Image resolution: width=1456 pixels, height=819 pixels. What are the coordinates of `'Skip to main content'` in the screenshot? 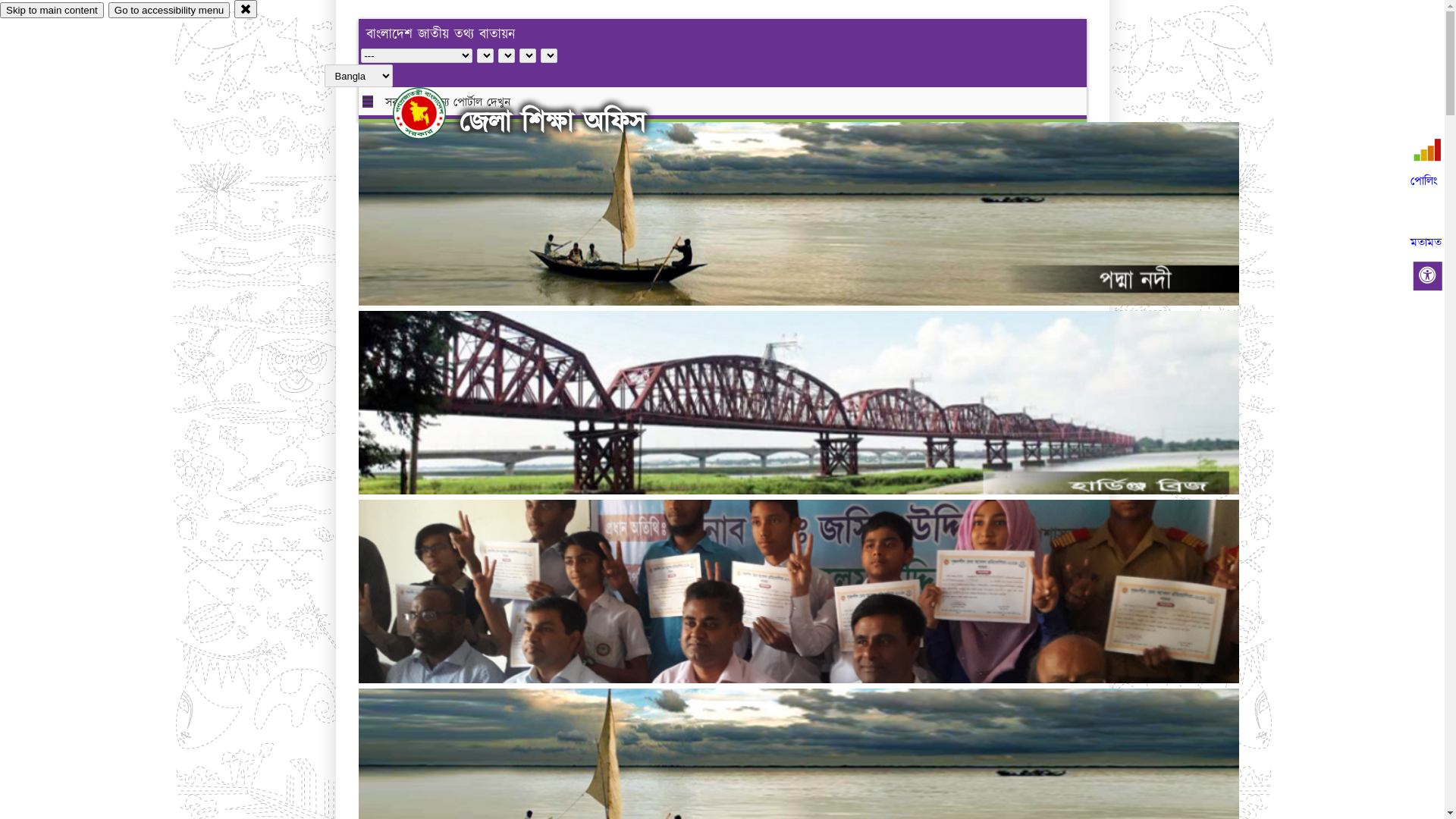 It's located at (52, 10).